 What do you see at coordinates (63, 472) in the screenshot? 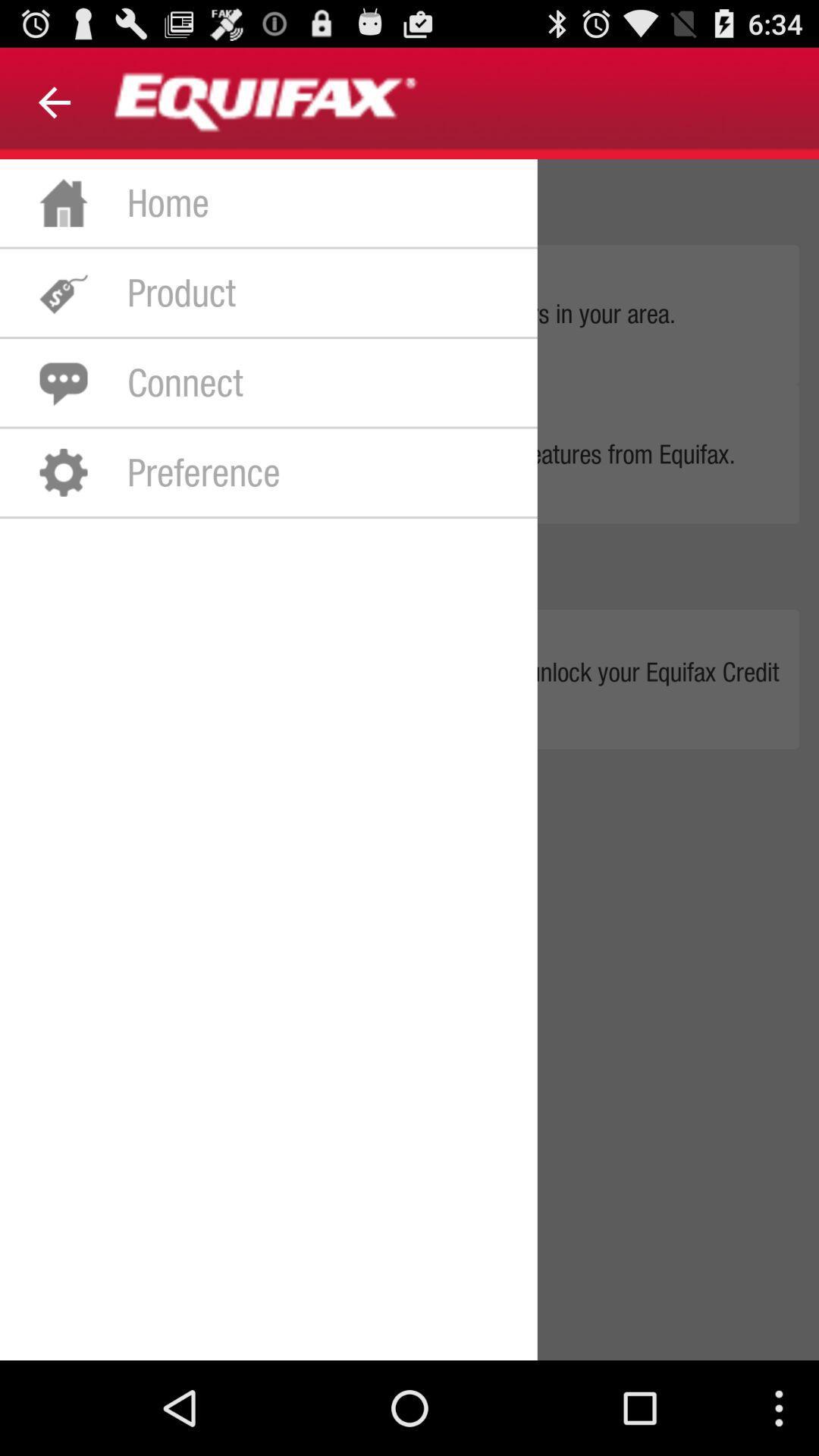
I see `the icon which is to the left of preference` at bounding box center [63, 472].